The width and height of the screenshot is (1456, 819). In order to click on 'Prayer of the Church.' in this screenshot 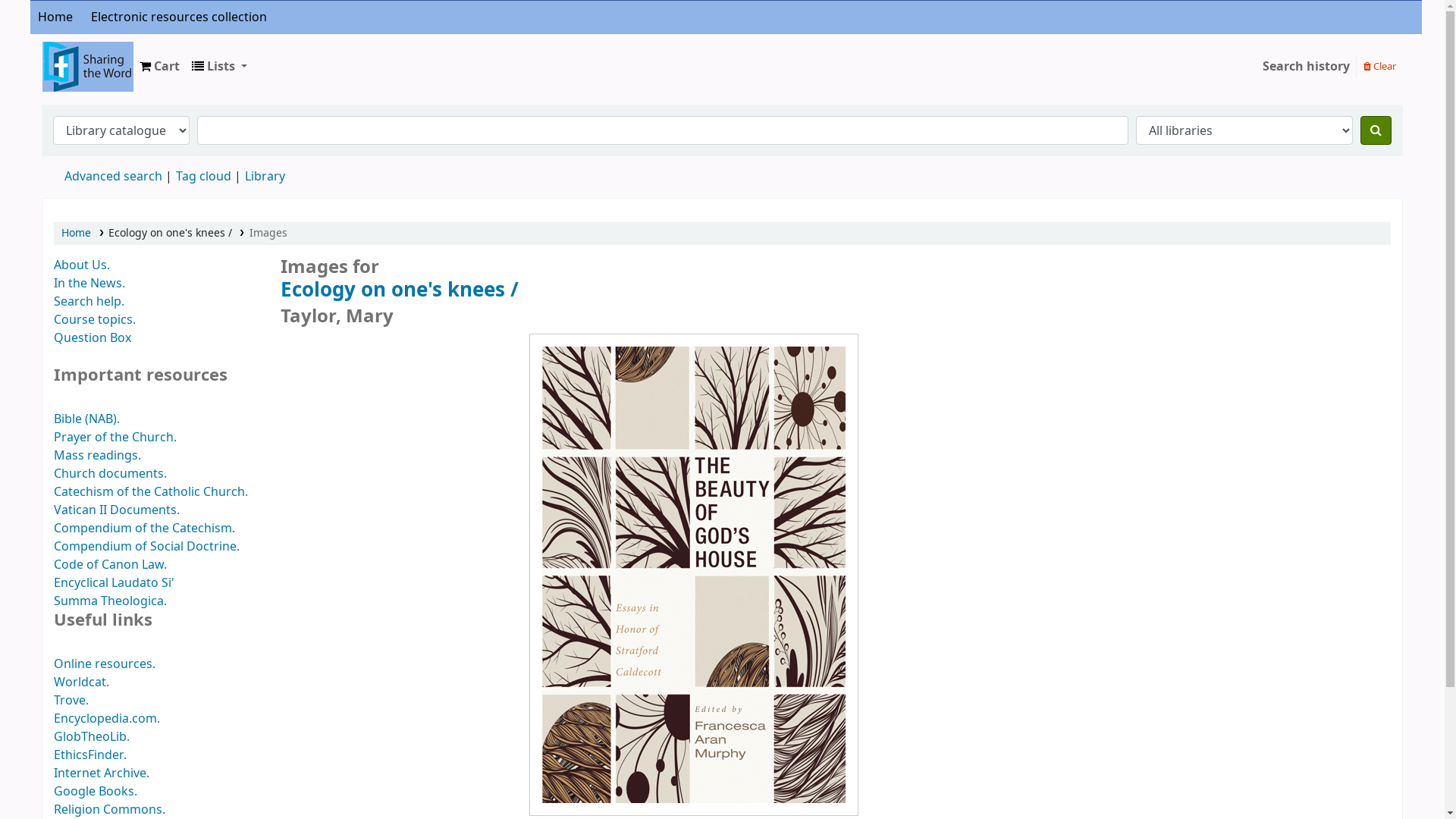, I will do `click(115, 438)`.